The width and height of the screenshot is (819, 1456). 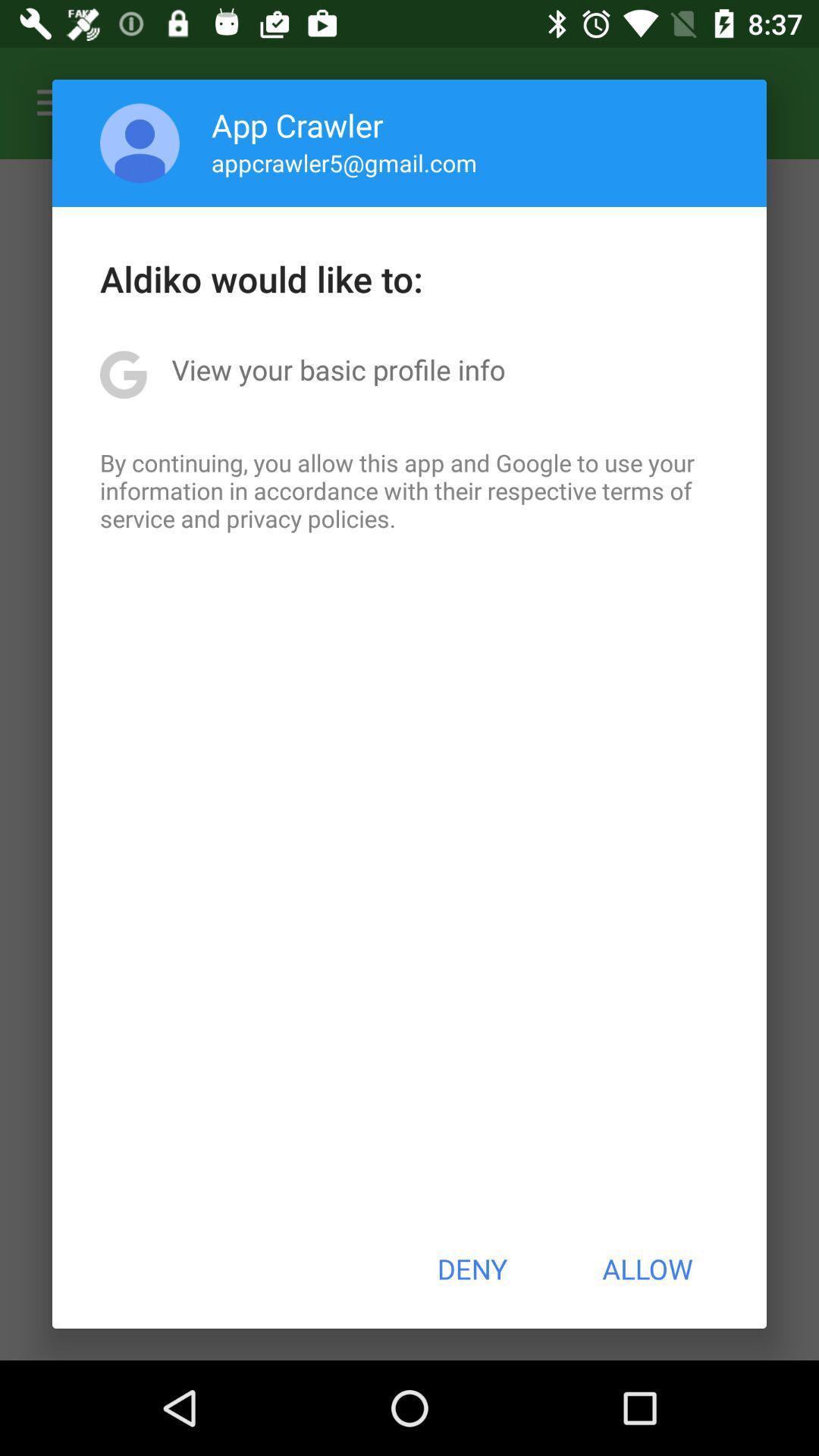 I want to click on app to the left of the app crawler, so click(x=140, y=143).